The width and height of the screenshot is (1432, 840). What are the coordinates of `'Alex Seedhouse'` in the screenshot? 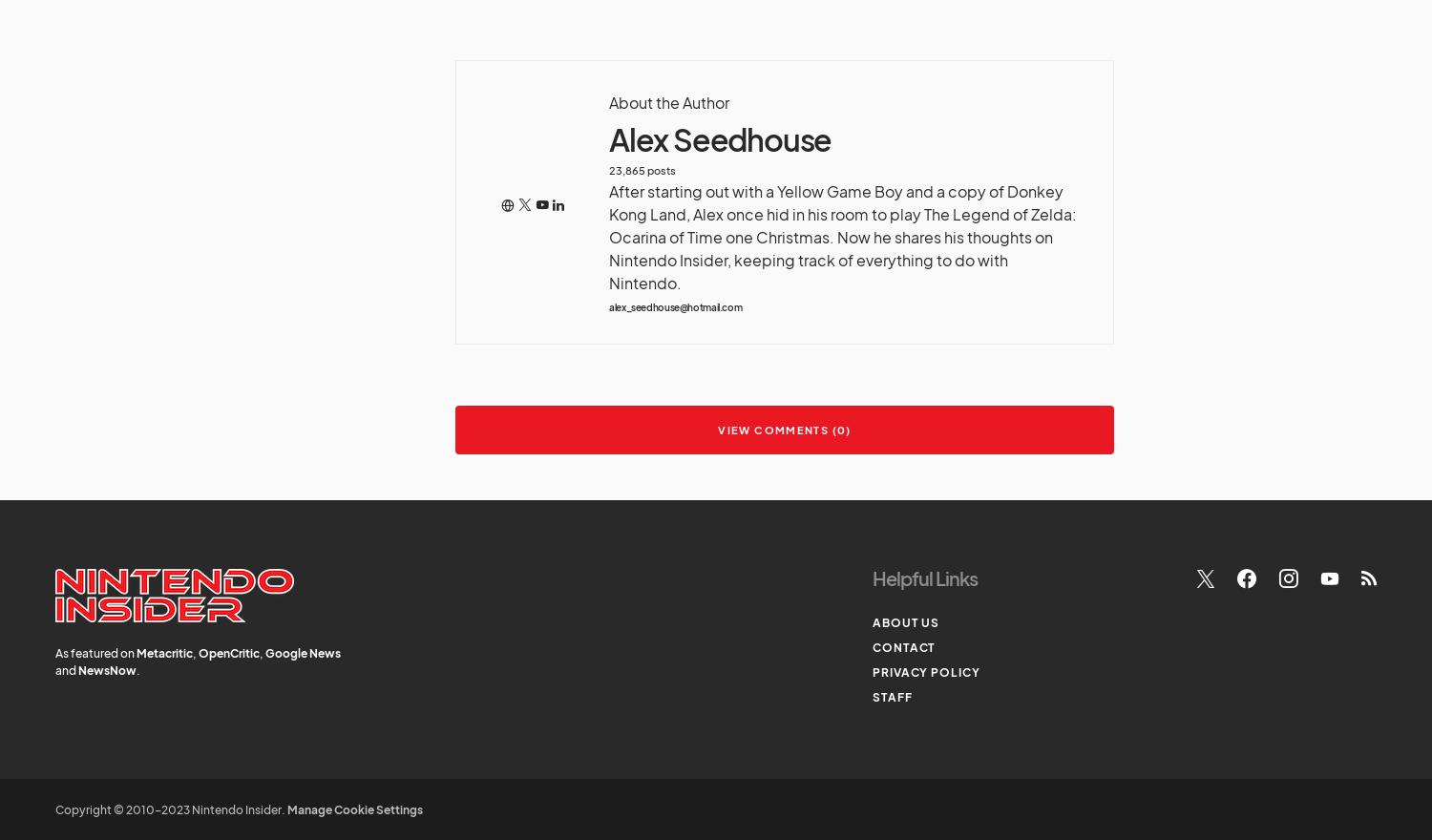 It's located at (720, 138).